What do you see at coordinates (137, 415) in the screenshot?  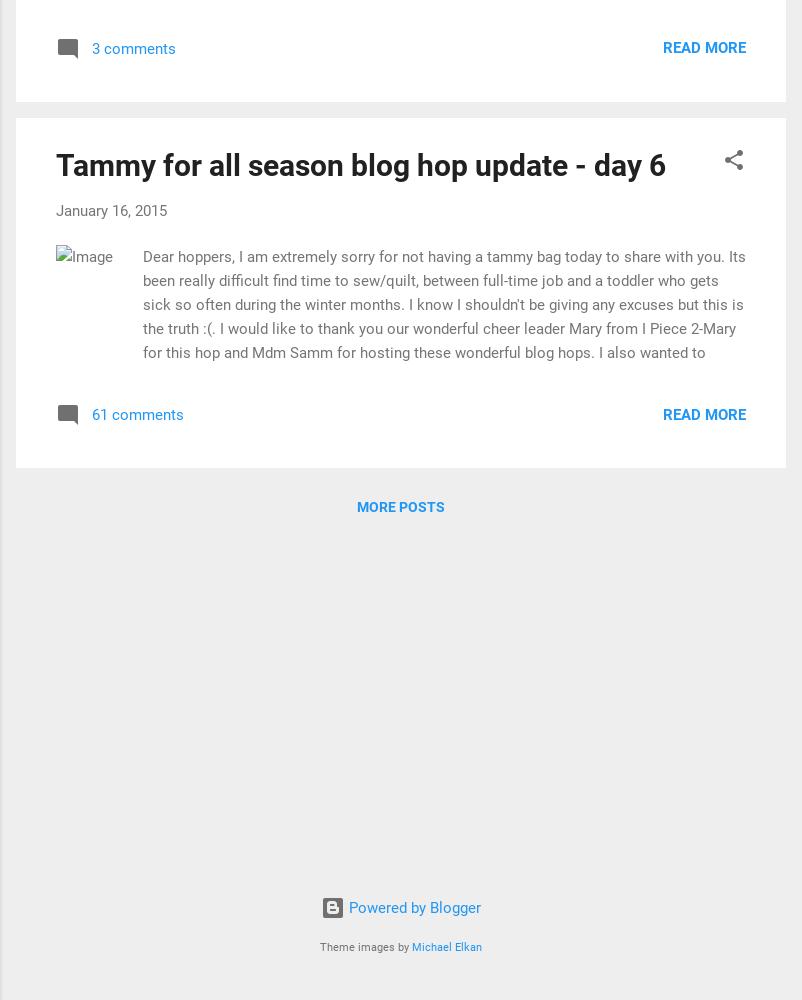 I see `'61 comments'` at bounding box center [137, 415].